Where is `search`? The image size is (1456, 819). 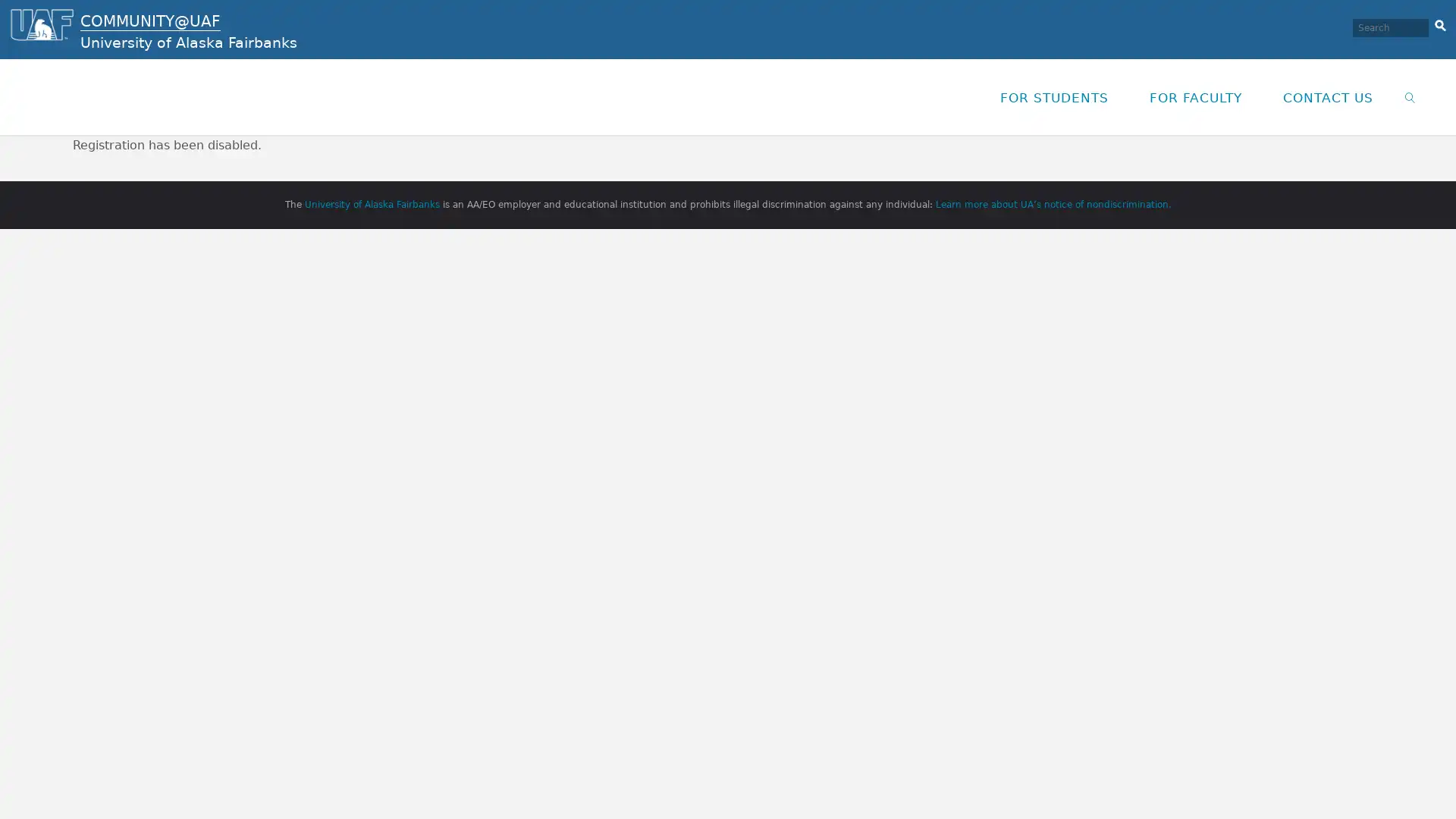
search is located at coordinates (1439, 23).